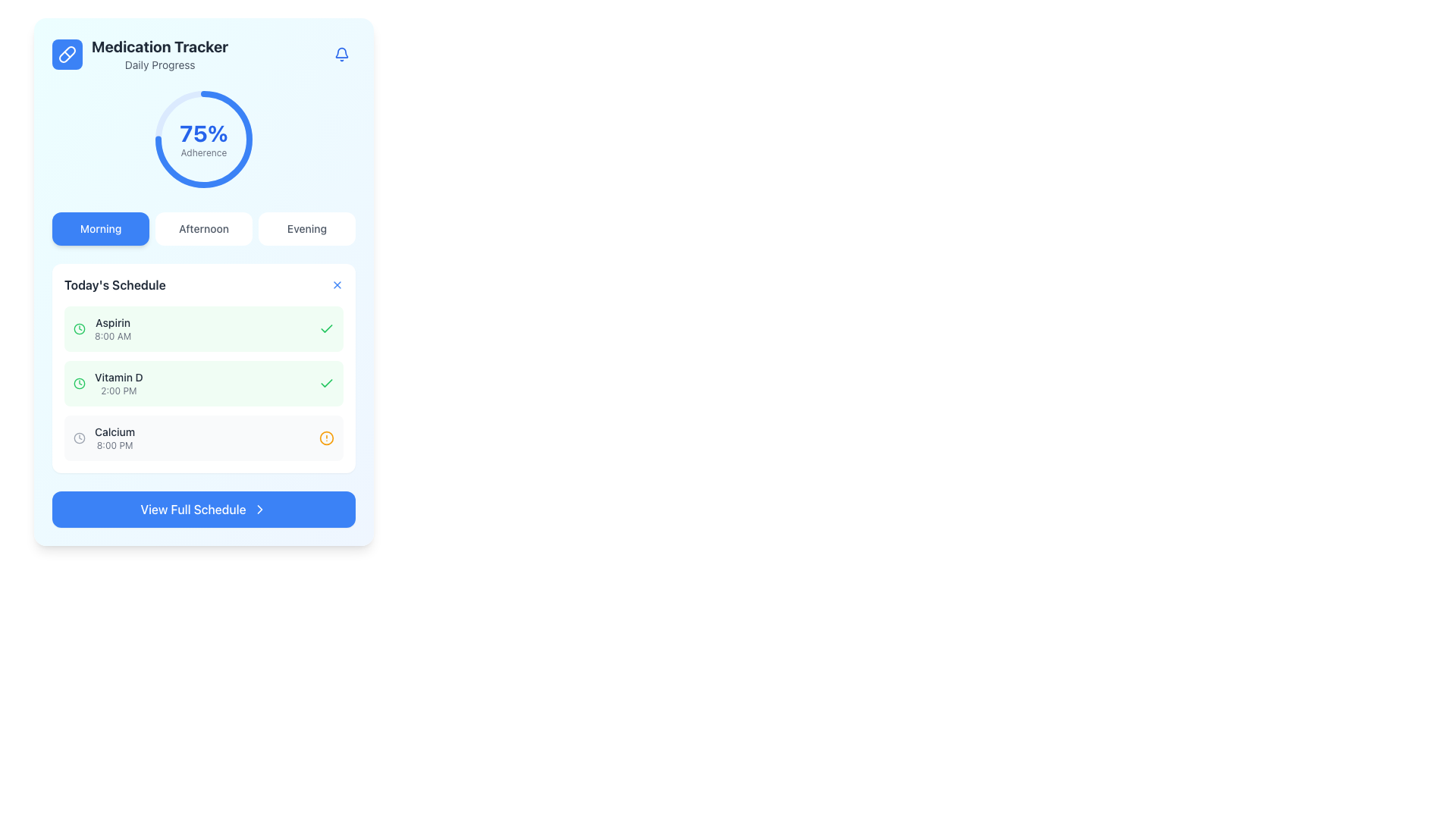 The width and height of the screenshot is (1456, 819). I want to click on the text display element showing 'Aspirin' and '8:00 AM' in the medication tracker interface, located at the top of 'Today's Schedule', so click(112, 328).